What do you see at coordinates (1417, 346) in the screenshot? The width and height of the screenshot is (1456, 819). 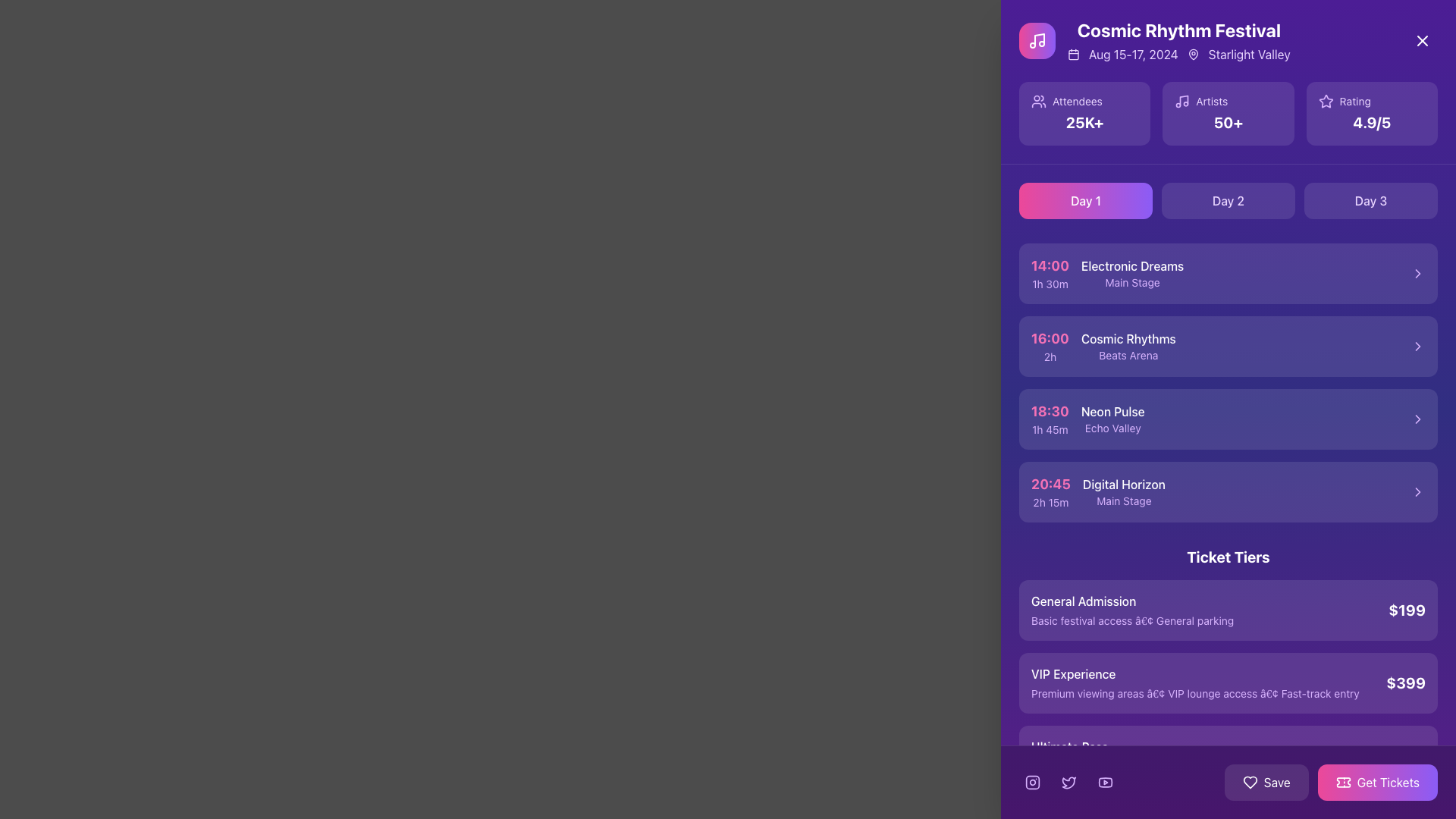 I see `the rightward chevron icon within the list item for '16:00 Cosmic Rhythms Beats Arena'` at bounding box center [1417, 346].